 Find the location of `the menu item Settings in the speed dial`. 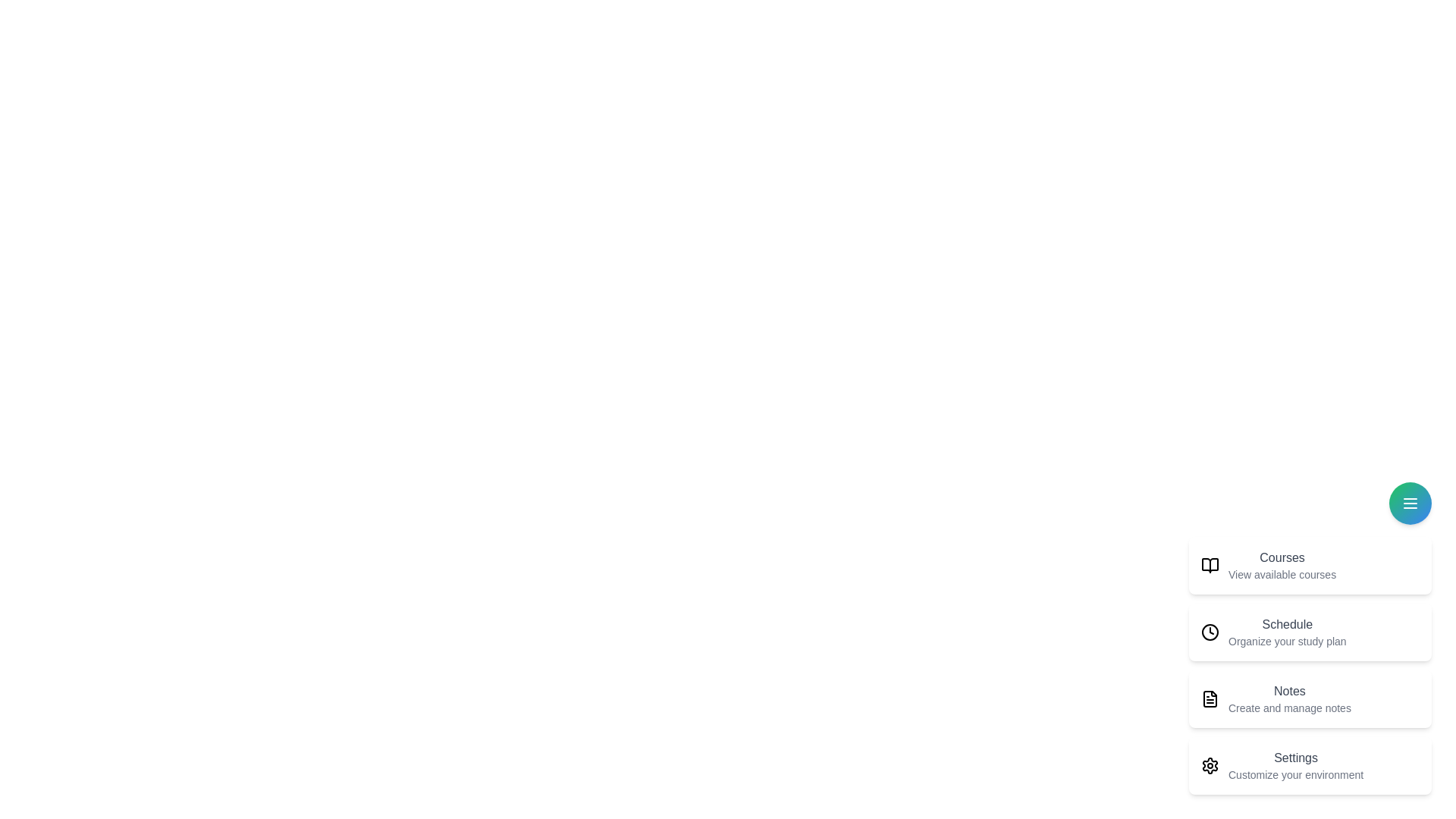

the menu item Settings in the speed dial is located at coordinates (1310, 766).